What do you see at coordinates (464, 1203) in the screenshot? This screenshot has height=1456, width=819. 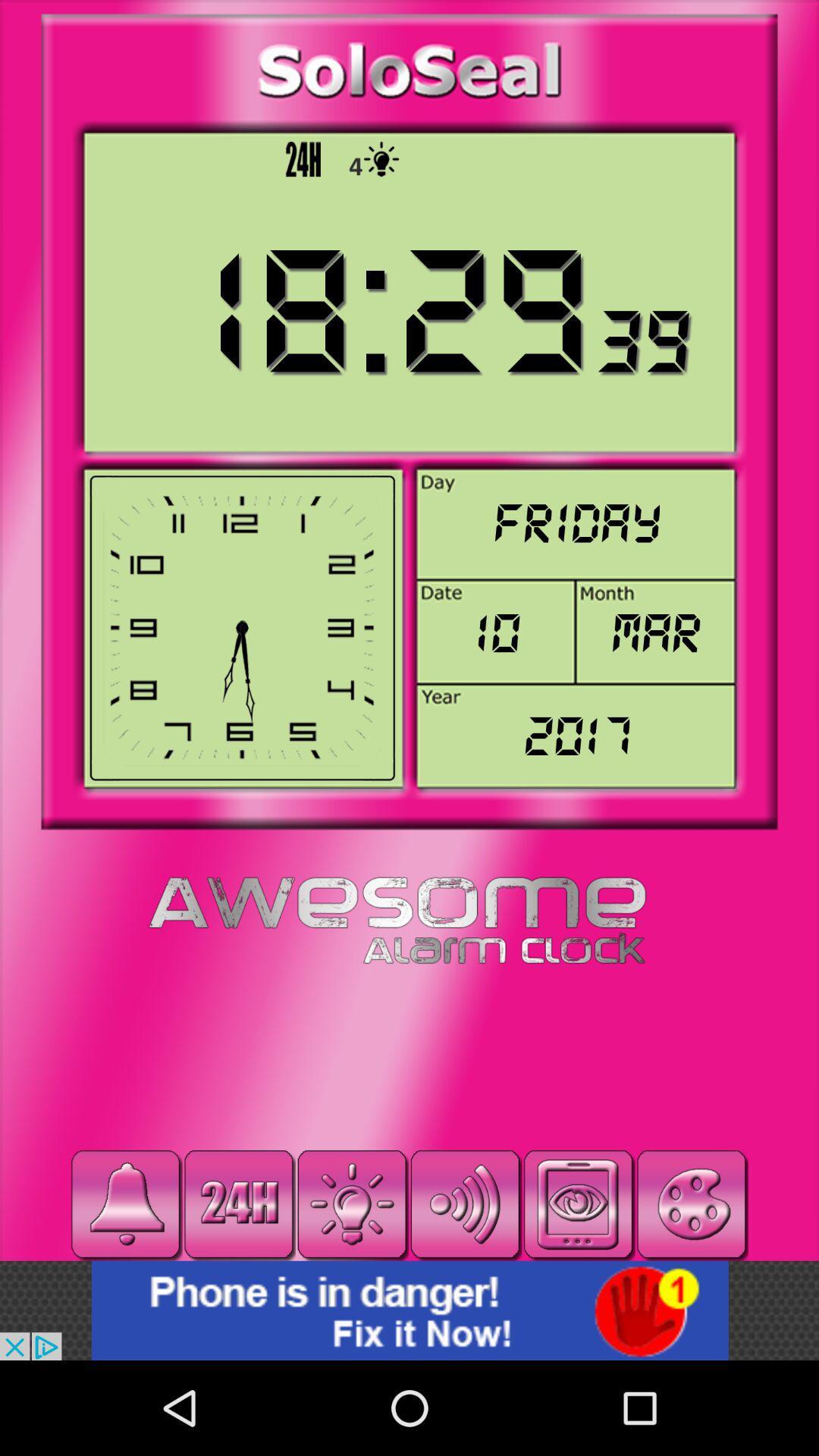 I see `volume button` at bounding box center [464, 1203].